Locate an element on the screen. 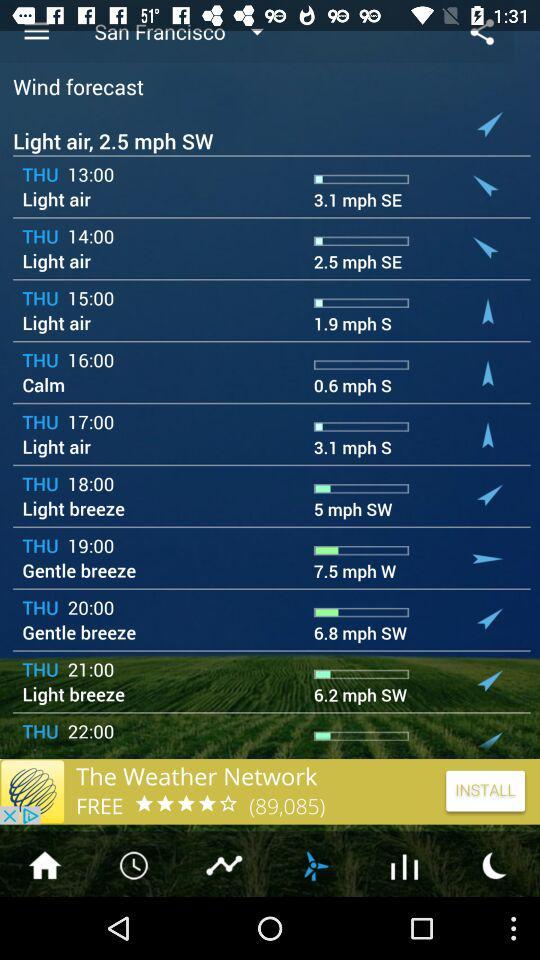 Image resolution: width=540 pixels, height=960 pixels. the weather icon is located at coordinates (314, 925).